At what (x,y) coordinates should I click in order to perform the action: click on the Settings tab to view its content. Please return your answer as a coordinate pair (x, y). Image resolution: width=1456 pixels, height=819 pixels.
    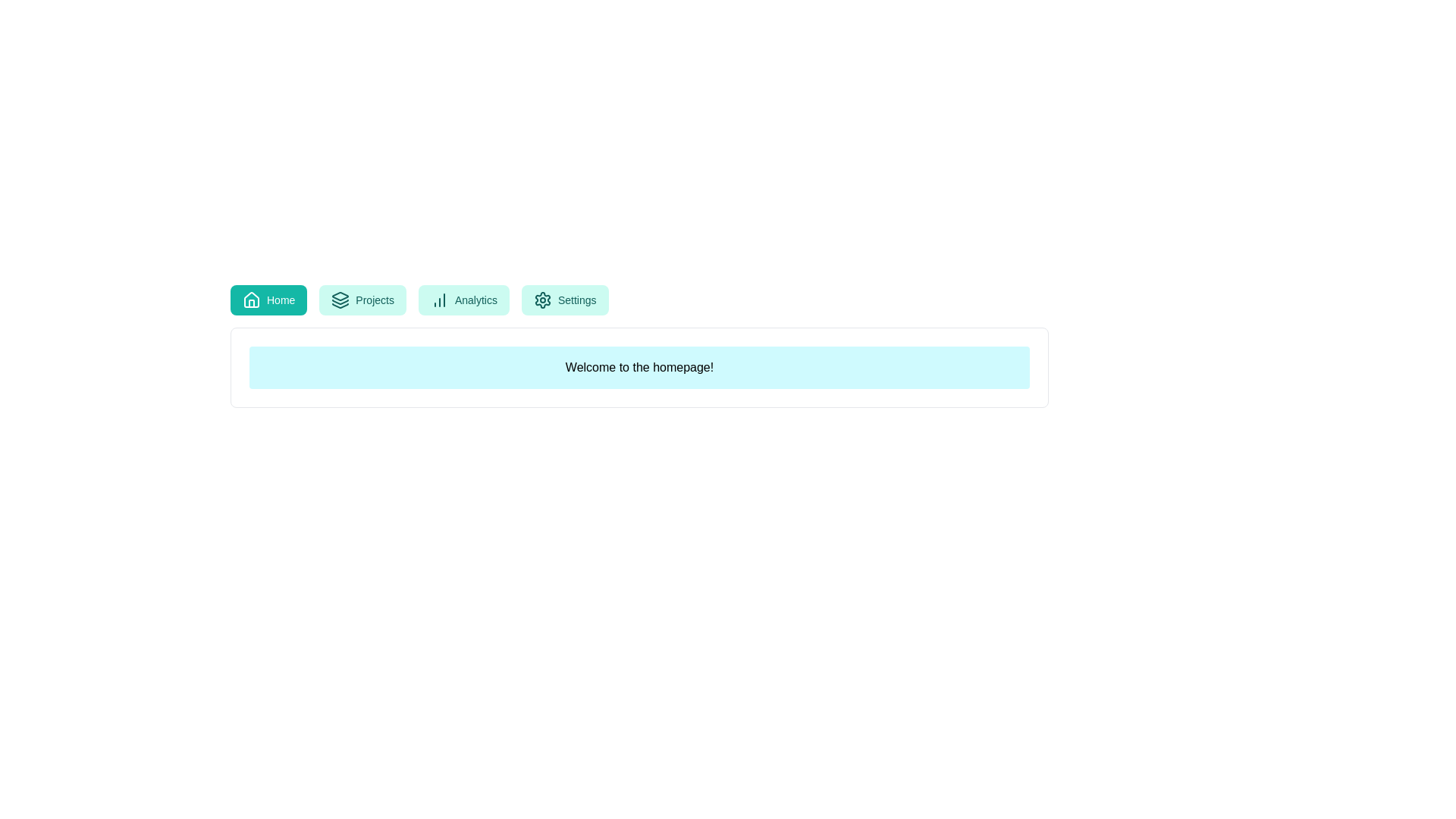
    Looking at the image, I should click on (564, 300).